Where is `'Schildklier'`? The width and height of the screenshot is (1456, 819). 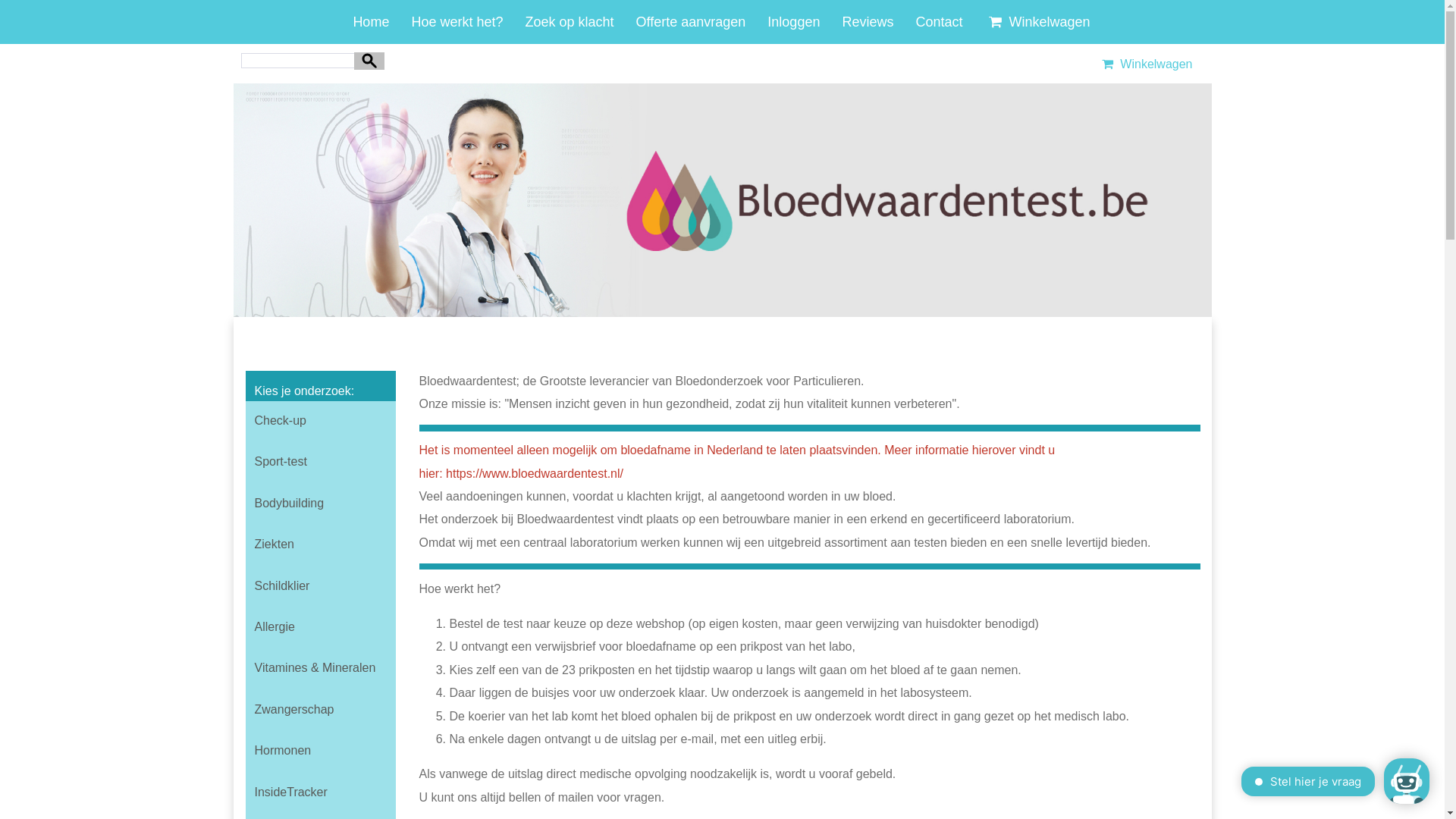
'Schildklier' is located at coordinates (319, 585).